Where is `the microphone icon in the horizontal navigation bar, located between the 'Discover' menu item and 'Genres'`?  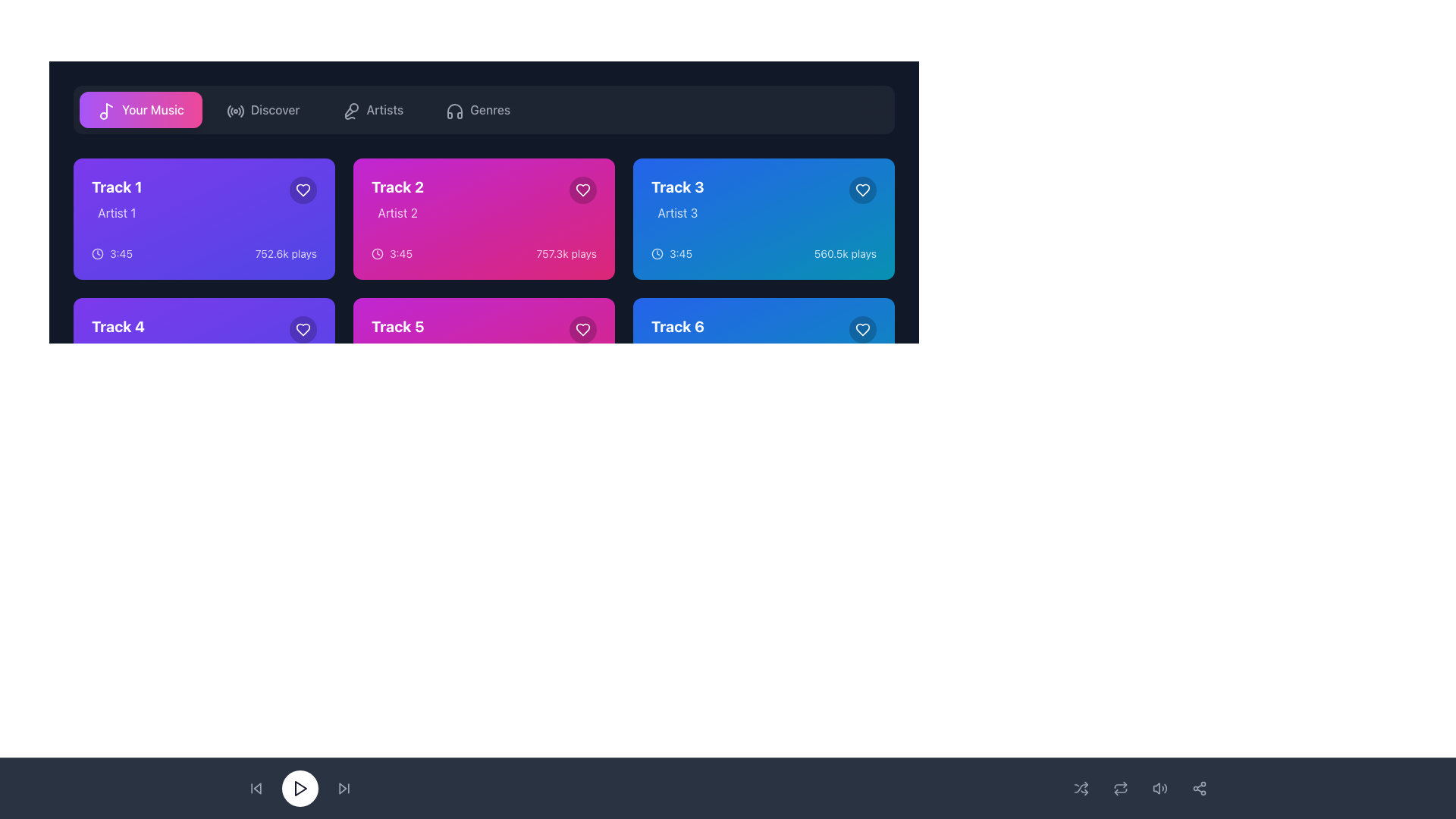
the microphone icon in the horizontal navigation bar, located between the 'Discover' menu item and 'Genres' is located at coordinates (350, 110).